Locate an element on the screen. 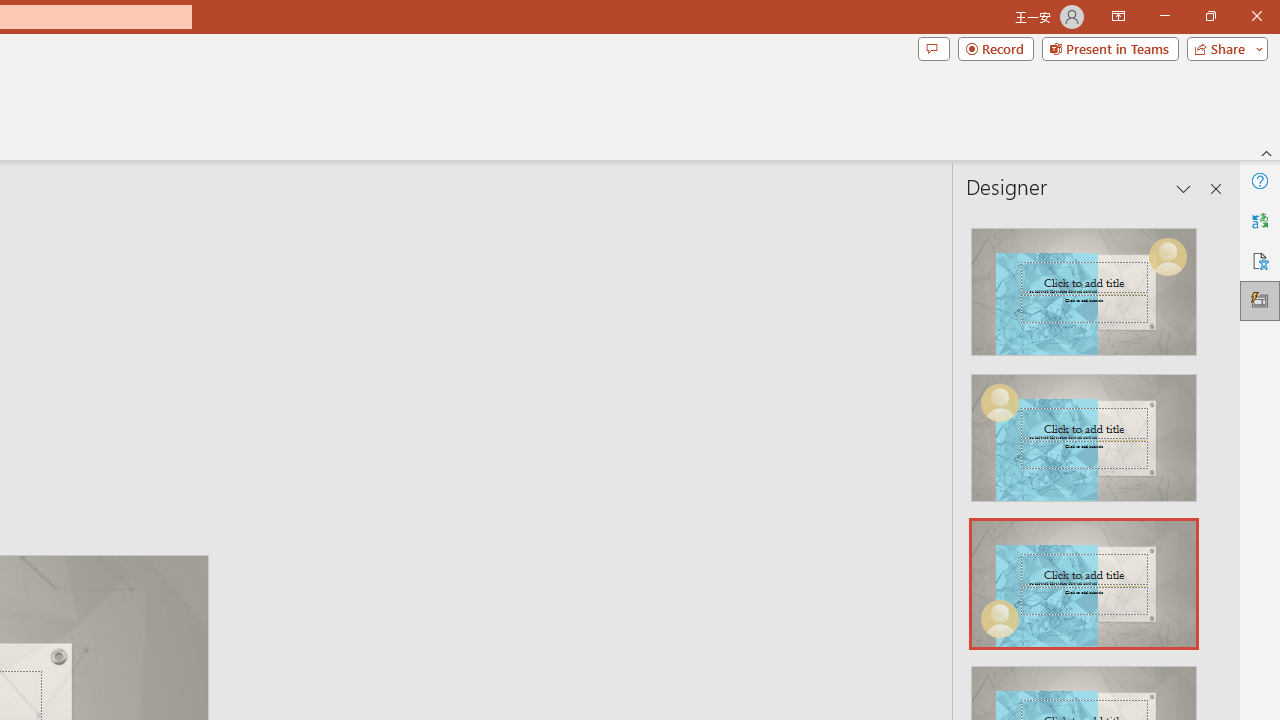  'Restore Down' is located at coordinates (1209, 16).